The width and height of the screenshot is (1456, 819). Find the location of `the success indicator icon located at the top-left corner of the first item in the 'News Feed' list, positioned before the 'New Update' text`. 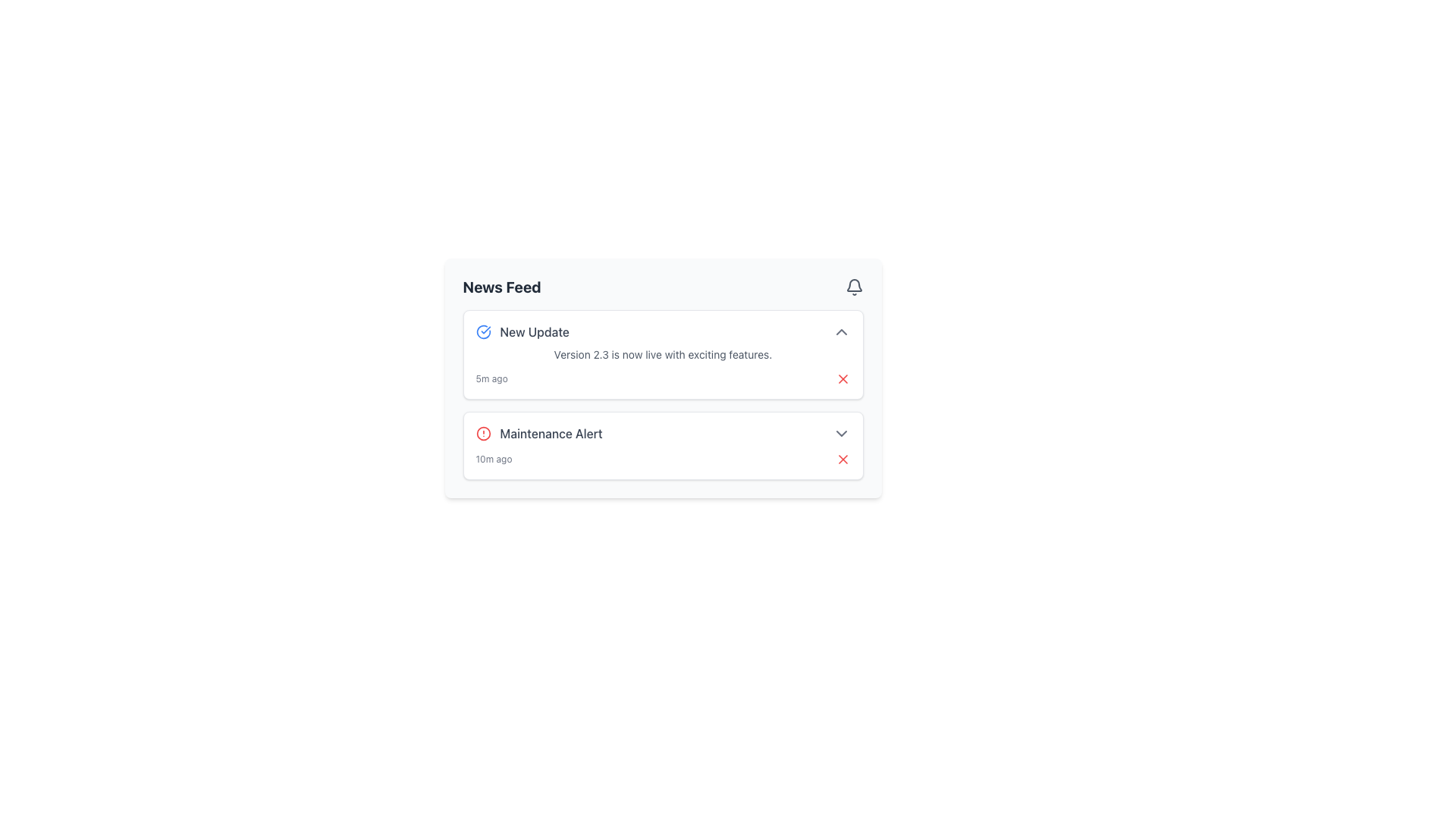

the success indicator icon located at the top-left corner of the first item in the 'News Feed' list, positioned before the 'New Update' text is located at coordinates (482, 331).